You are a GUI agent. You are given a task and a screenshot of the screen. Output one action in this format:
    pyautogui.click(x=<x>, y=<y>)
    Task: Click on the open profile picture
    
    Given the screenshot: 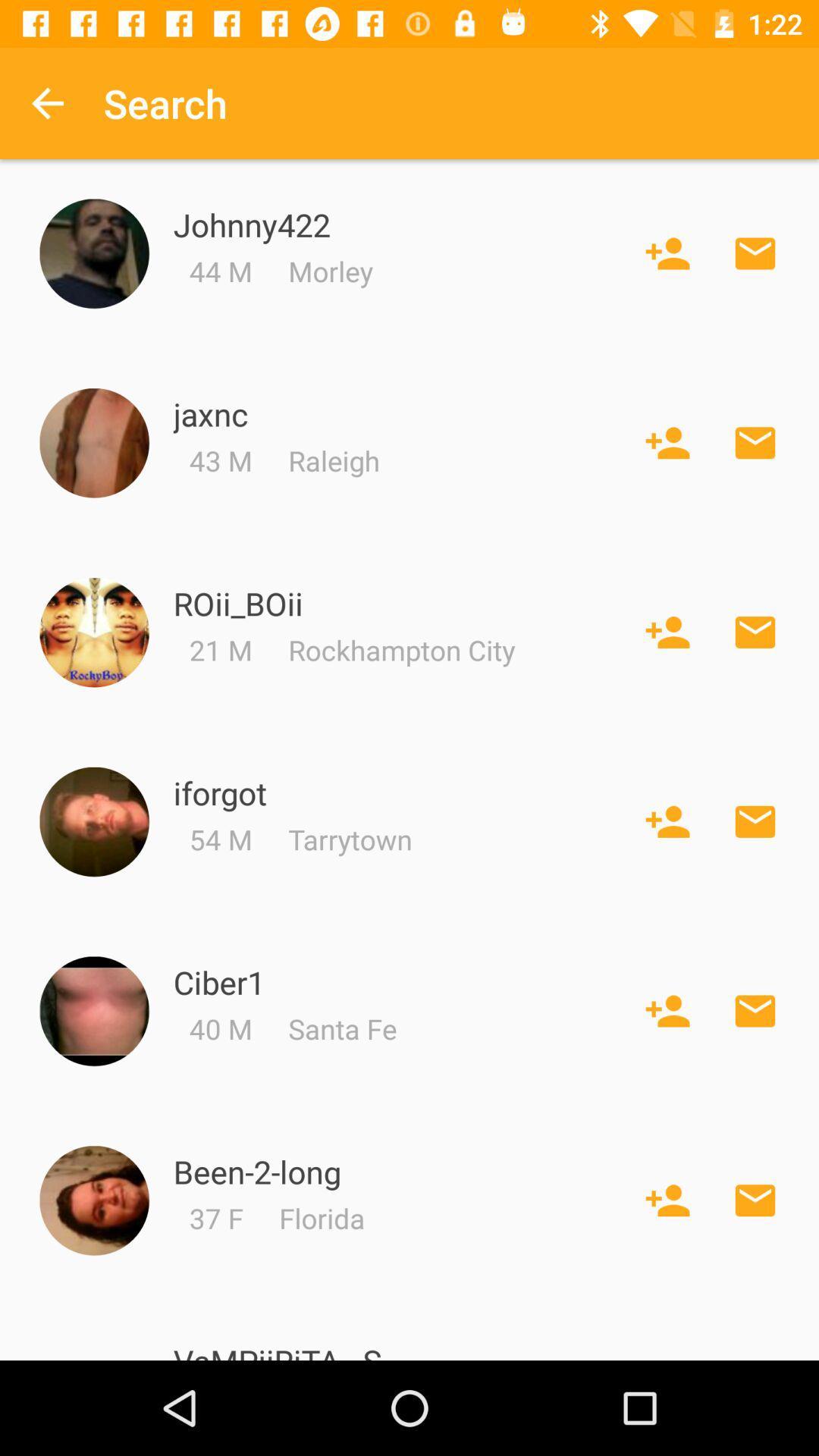 What is the action you would take?
    pyautogui.click(x=94, y=253)
    